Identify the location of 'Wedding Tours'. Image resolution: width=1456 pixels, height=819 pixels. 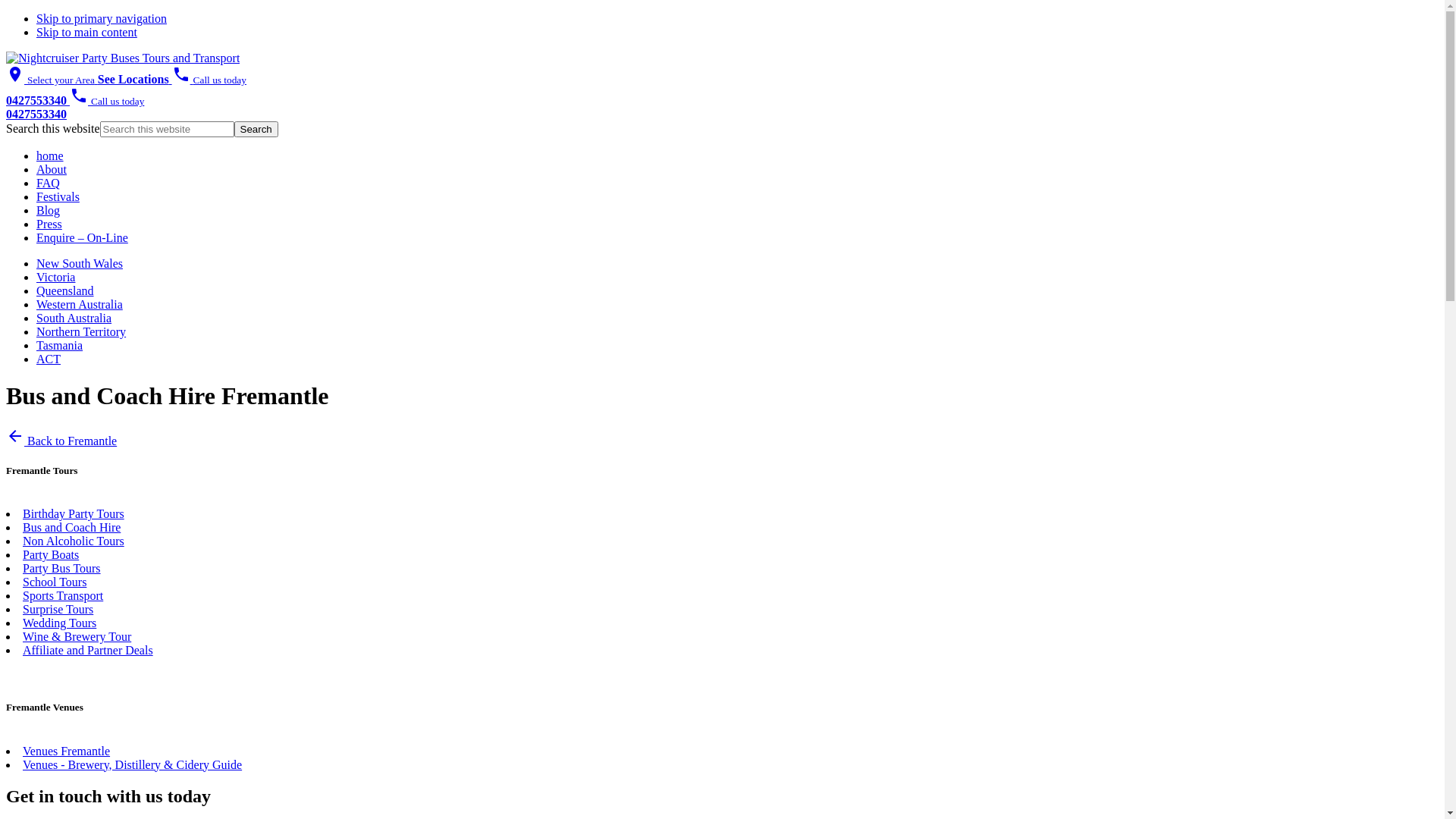
(59, 623).